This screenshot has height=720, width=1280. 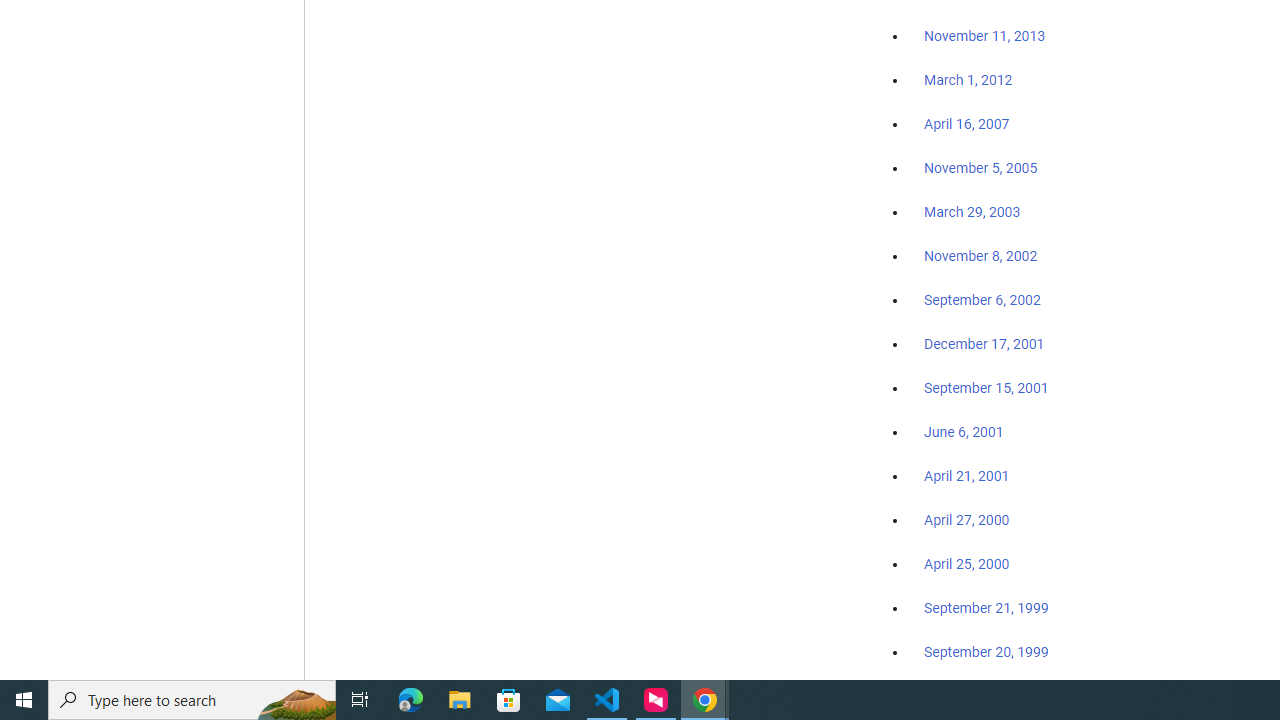 I want to click on 'September 6, 2002', so click(x=982, y=299).